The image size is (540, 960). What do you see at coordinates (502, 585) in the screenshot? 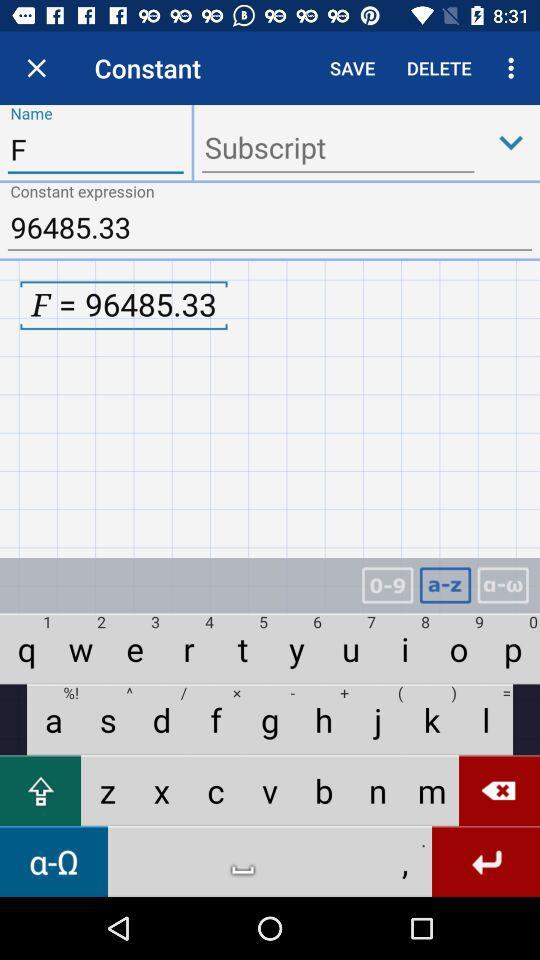
I see `language option` at bounding box center [502, 585].